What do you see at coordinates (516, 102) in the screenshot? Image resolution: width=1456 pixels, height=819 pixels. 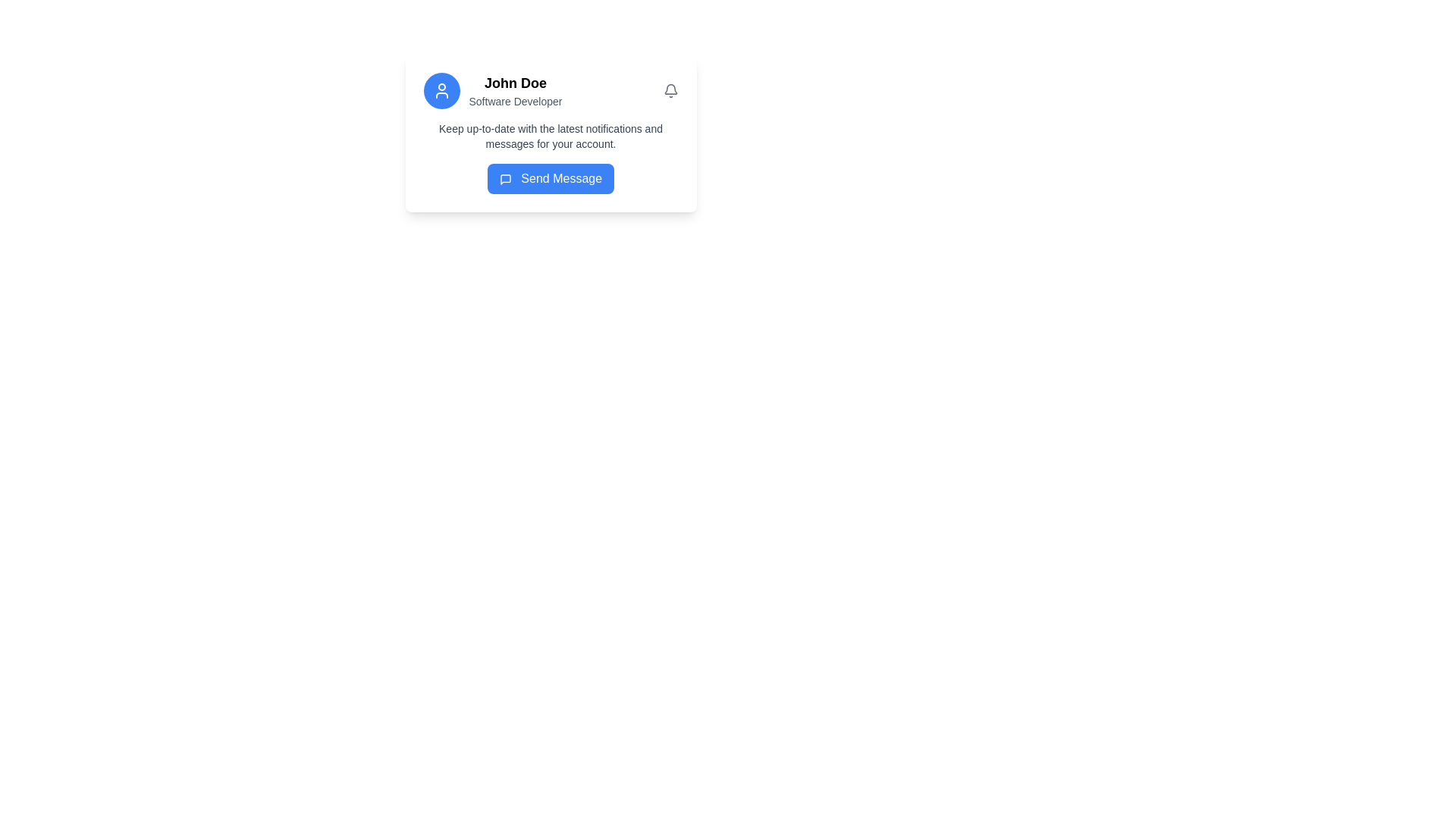 I see `the text label that describes the person's occupation or role, positioned directly beneath the 'John Doe' text in the card layout` at bounding box center [516, 102].